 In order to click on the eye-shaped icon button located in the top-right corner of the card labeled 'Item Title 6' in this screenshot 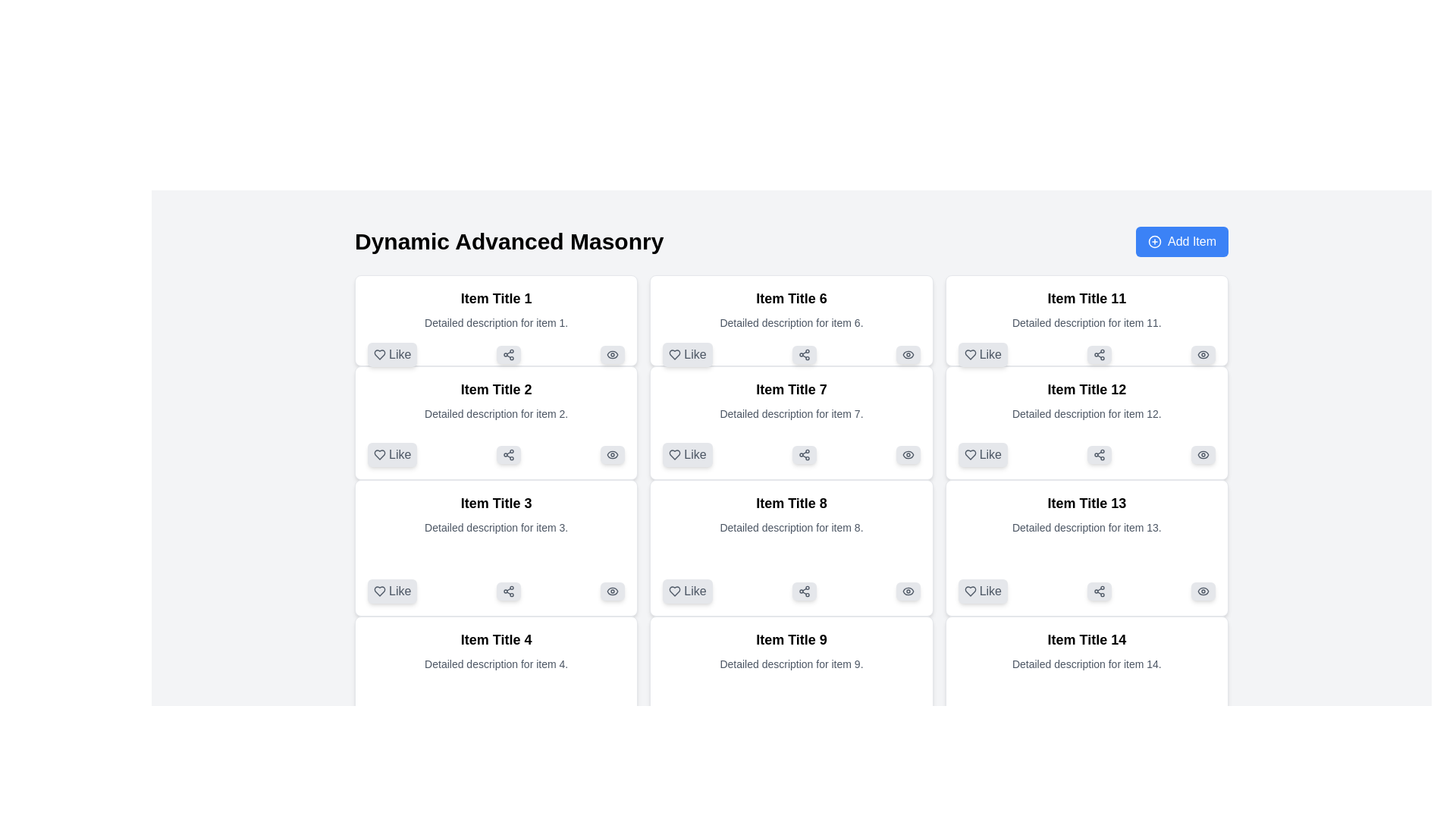, I will do `click(908, 354)`.